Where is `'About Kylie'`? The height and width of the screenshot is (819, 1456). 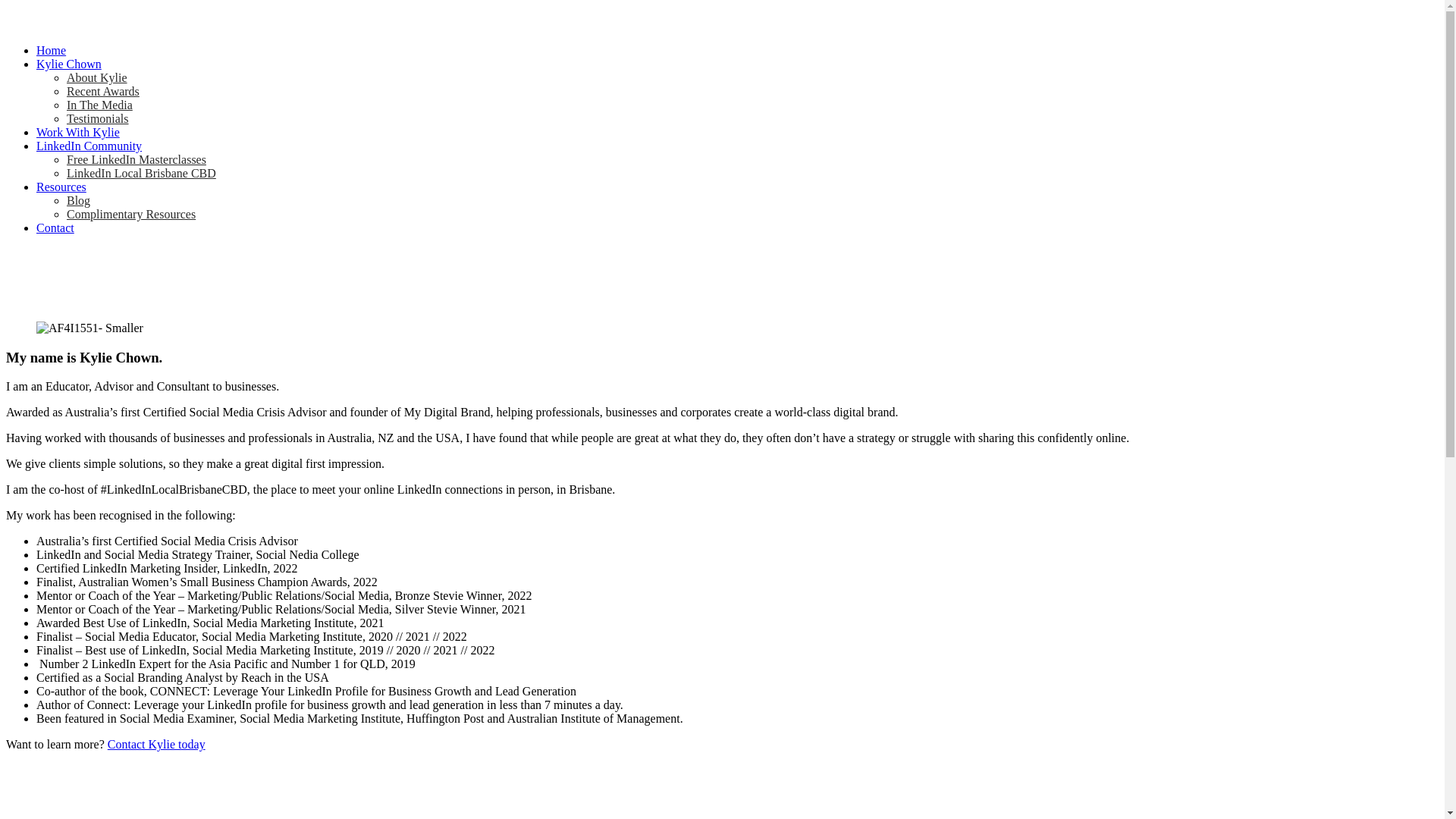
'About Kylie' is located at coordinates (96, 77).